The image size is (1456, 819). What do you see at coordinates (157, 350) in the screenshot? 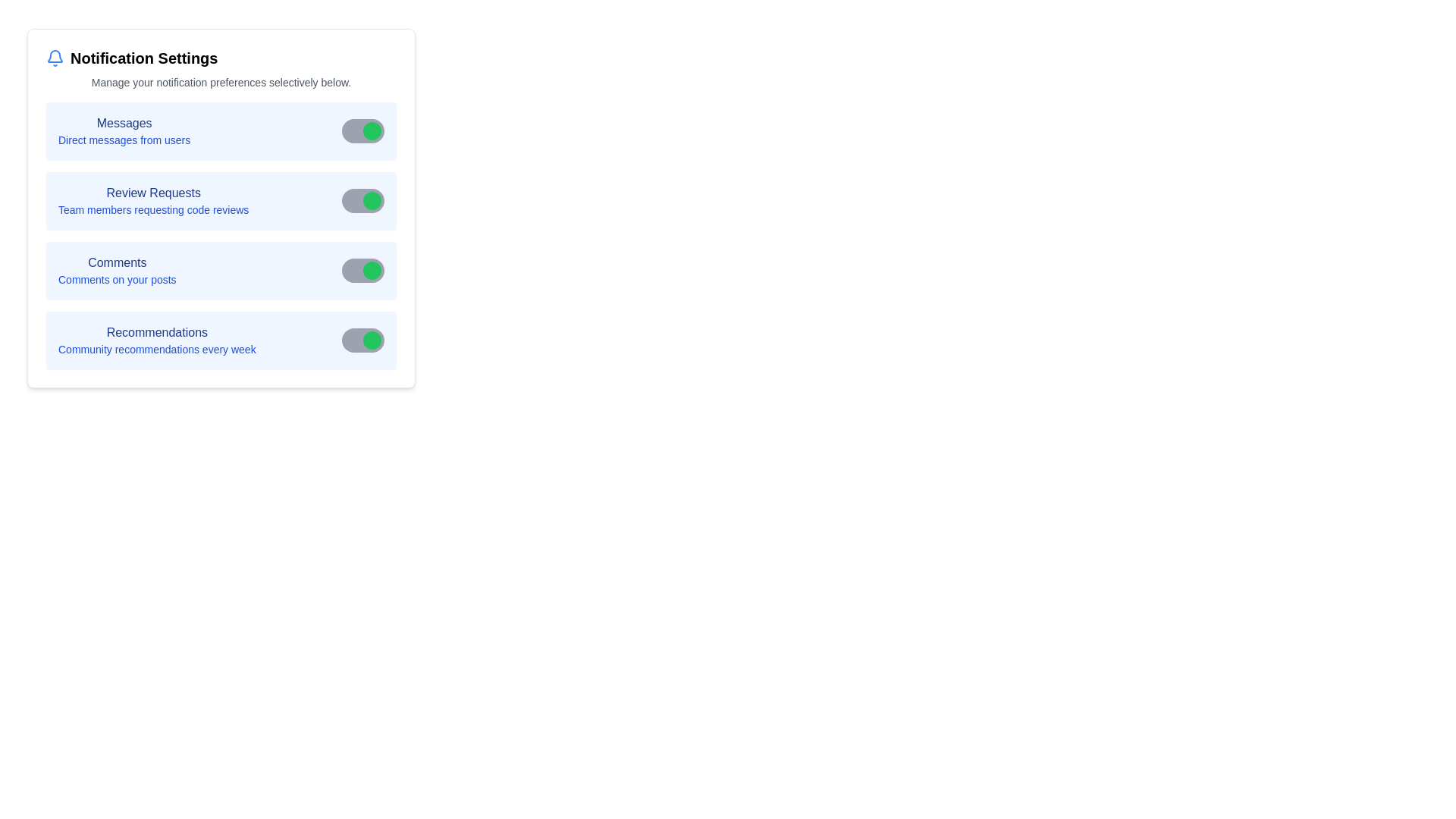
I see `the text label that provides supplementary information about the 'Recommendations' notification setting, located immediately below the 'Recommendations' heading in the notification settings section` at bounding box center [157, 350].